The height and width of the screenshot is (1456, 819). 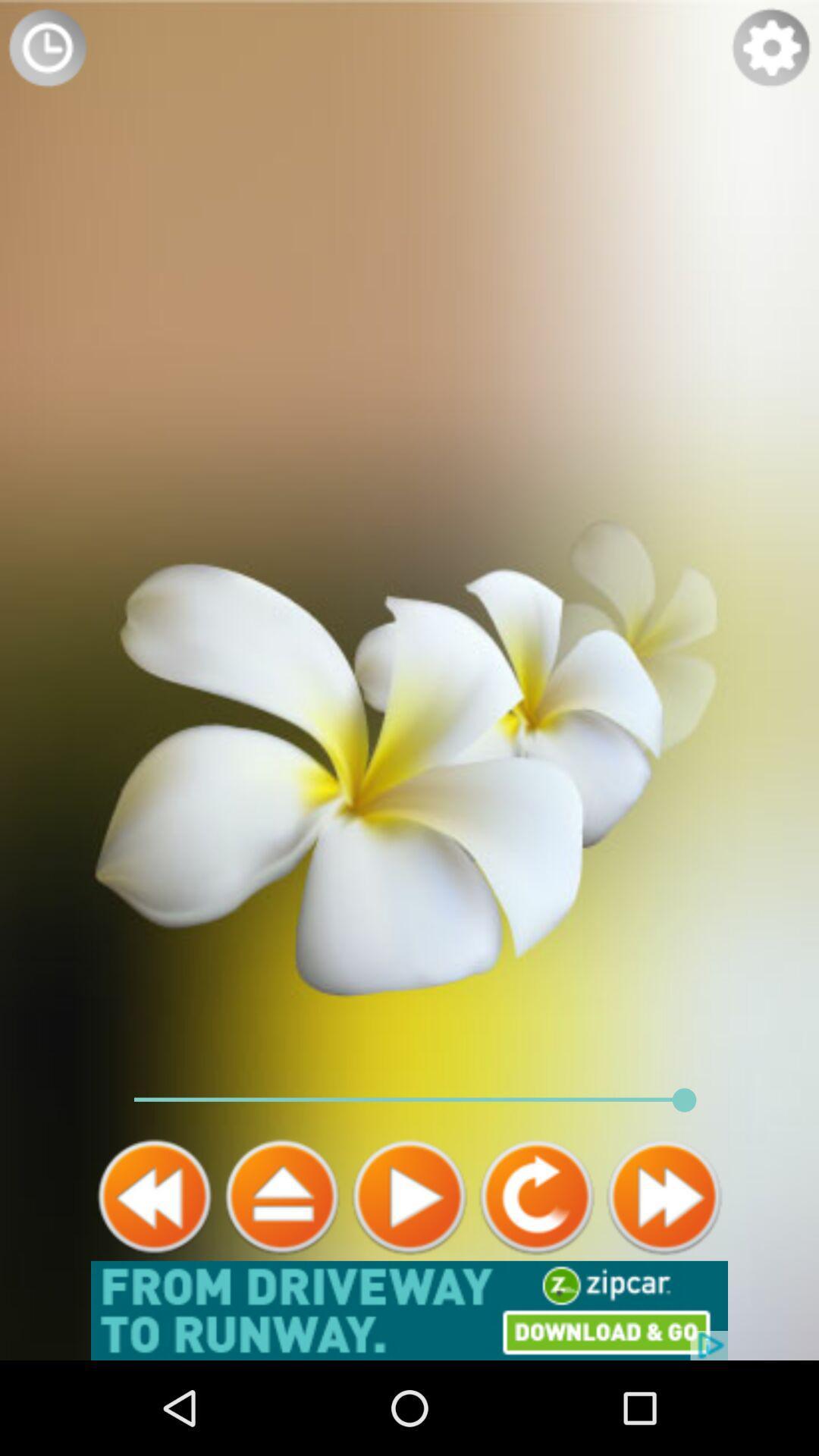 What do you see at coordinates (281, 1196) in the screenshot?
I see `the home icon` at bounding box center [281, 1196].